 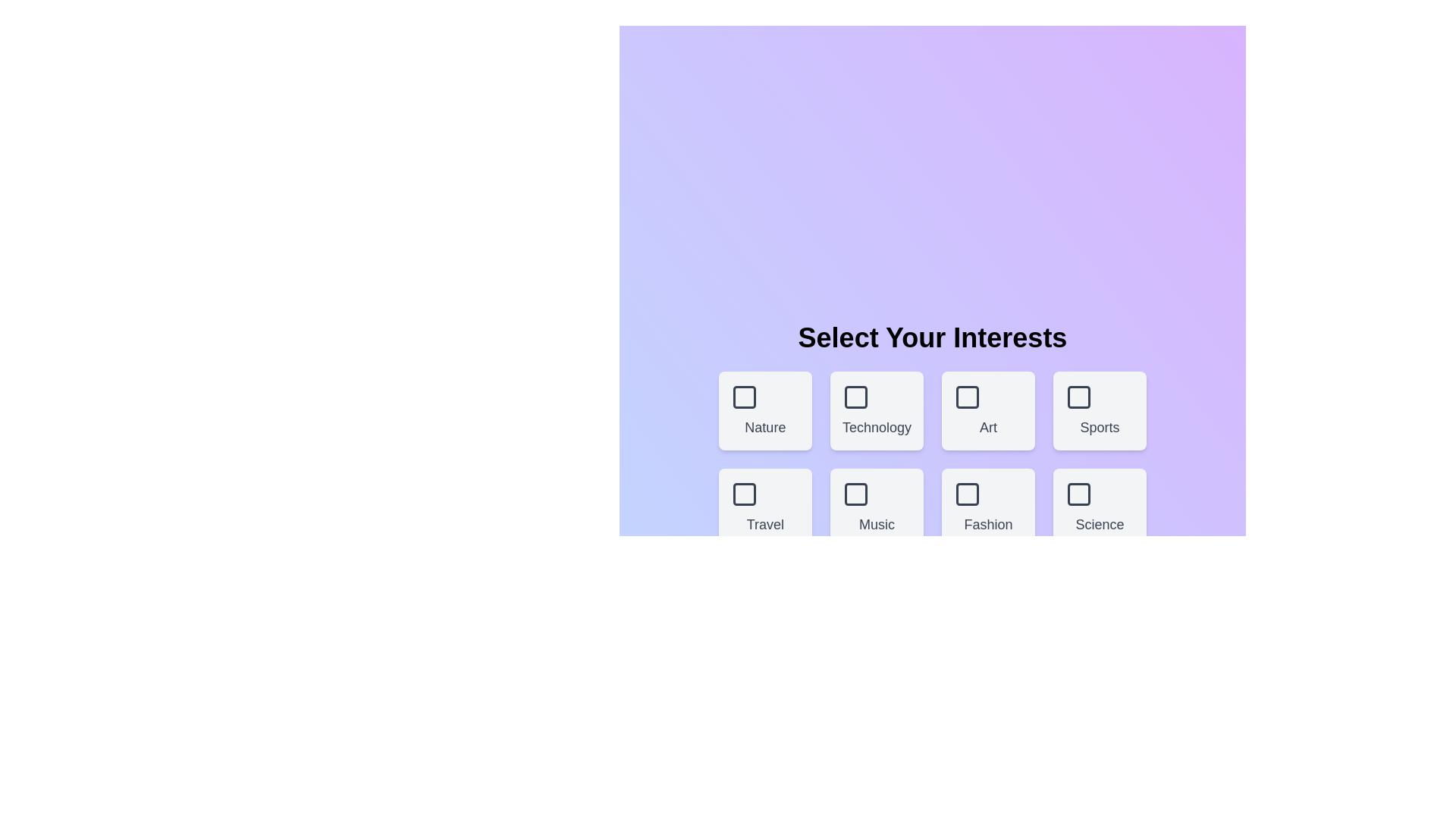 What do you see at coordinates (1099, 508) in the screenshot?
I see `the box corresponding to the theme Science to select or deselect it` at bounding box center [1099, 508].